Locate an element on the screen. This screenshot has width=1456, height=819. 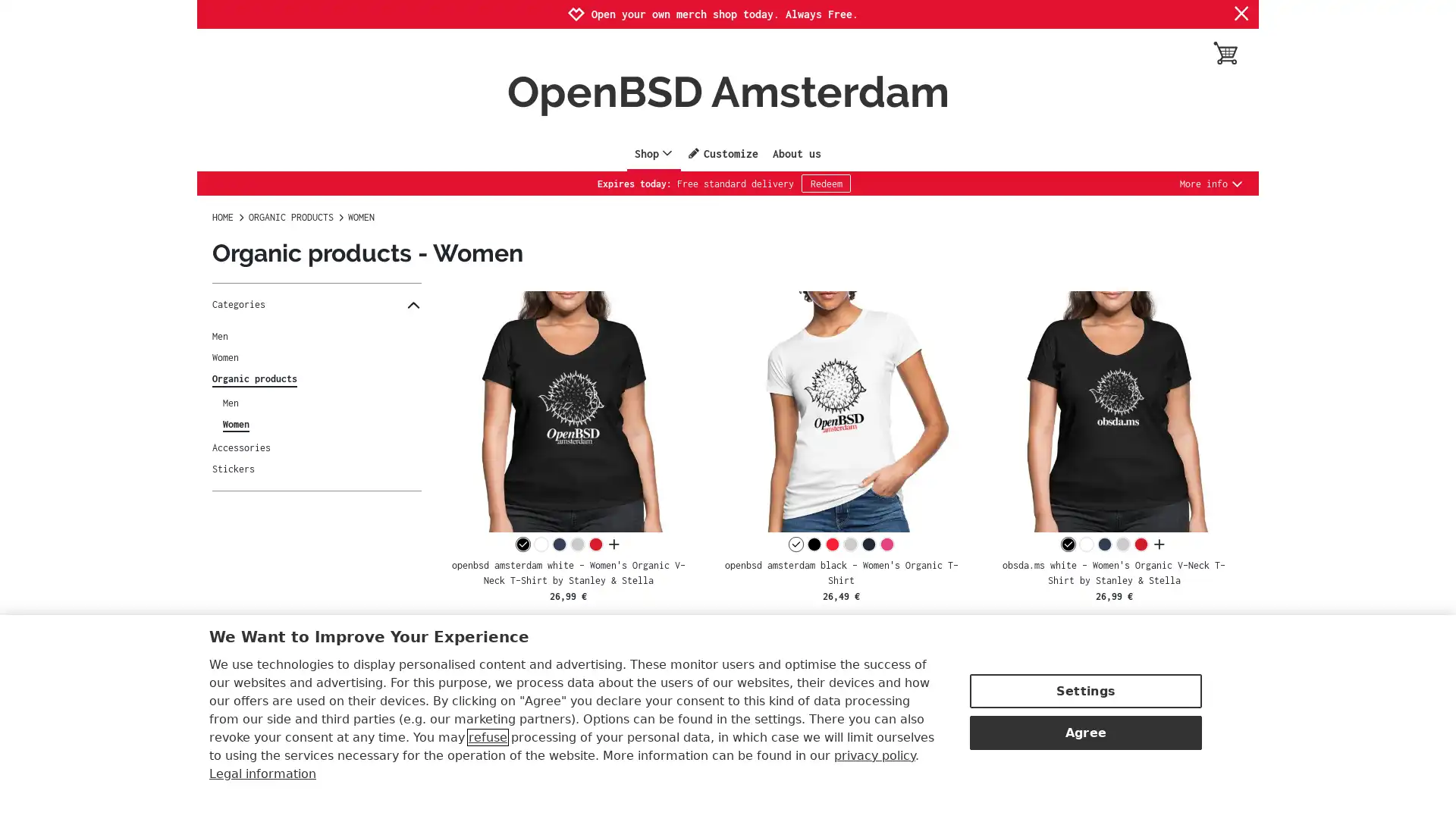
neon pink is located at coordinates (886, 544).